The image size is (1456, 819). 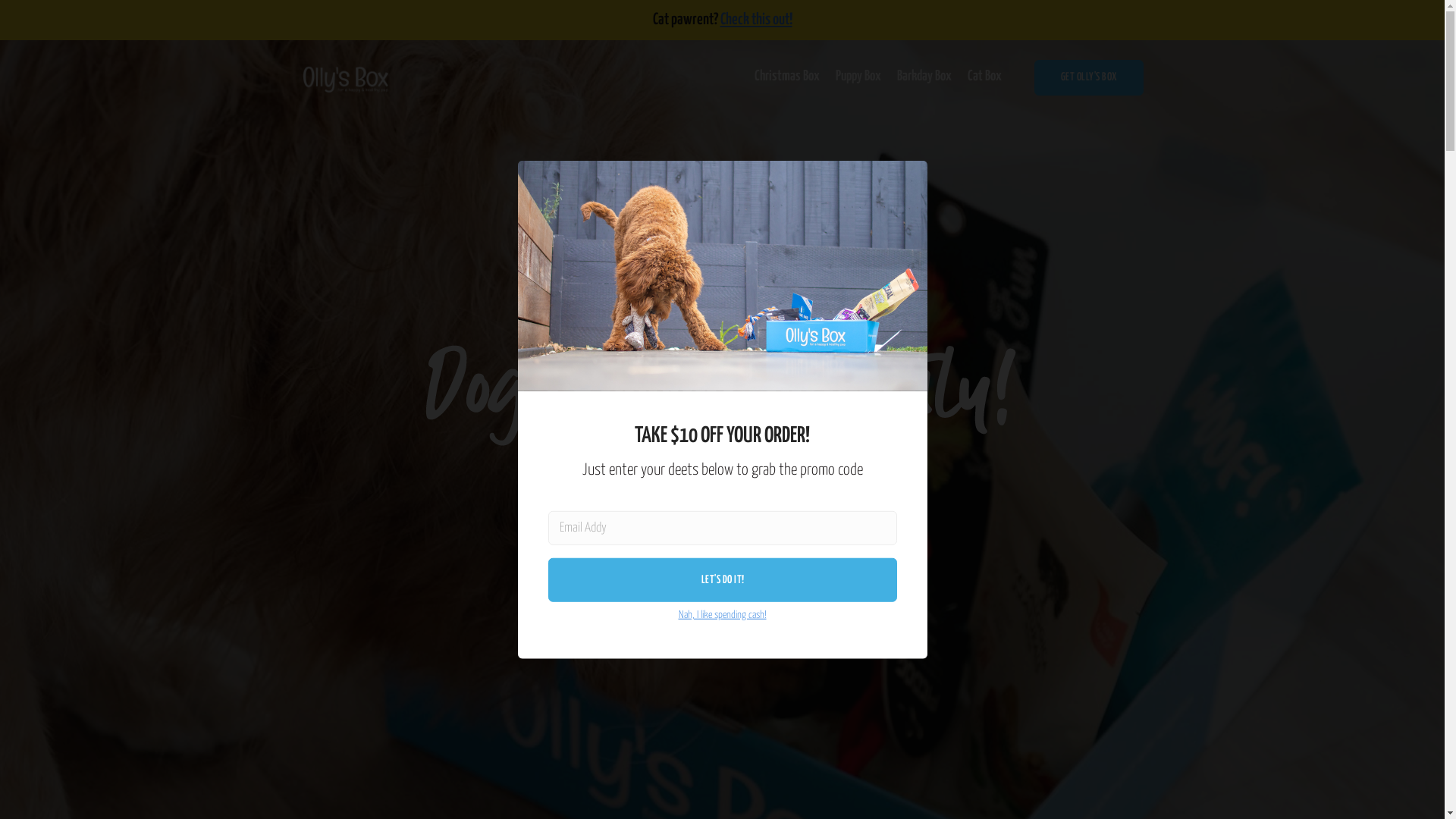 I want to click on 'LET'S DO IT!', so click(x=722, y=579).